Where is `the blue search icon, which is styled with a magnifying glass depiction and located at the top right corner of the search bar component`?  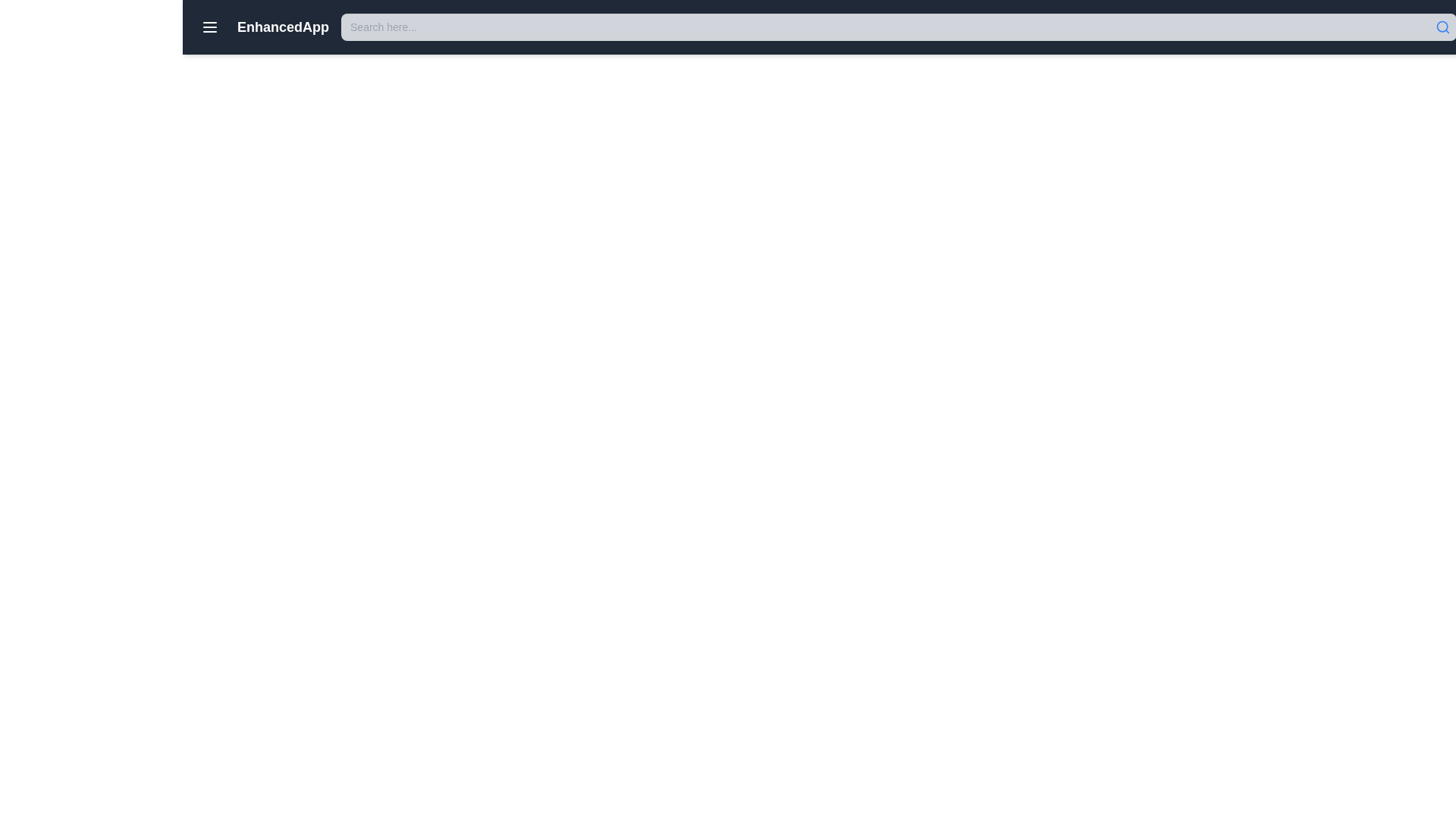
the blue search icon, which is styled with a magnifying glass depiction and located at the top right corner of the search bar component is located at coordinates (1442, 27).